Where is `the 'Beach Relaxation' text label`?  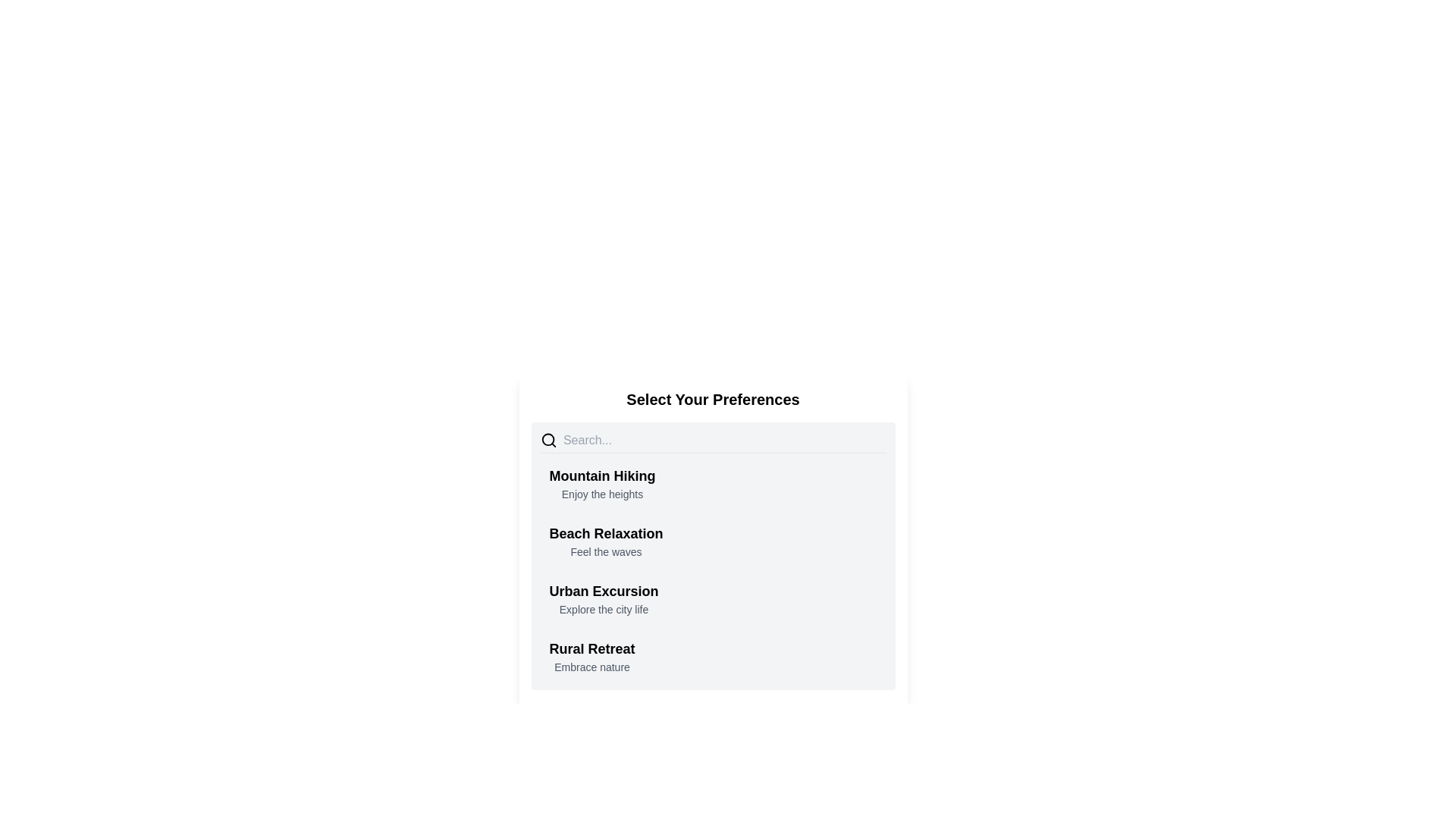 the 'Beach Relaxation' text label is located at coordinates (605, 540).